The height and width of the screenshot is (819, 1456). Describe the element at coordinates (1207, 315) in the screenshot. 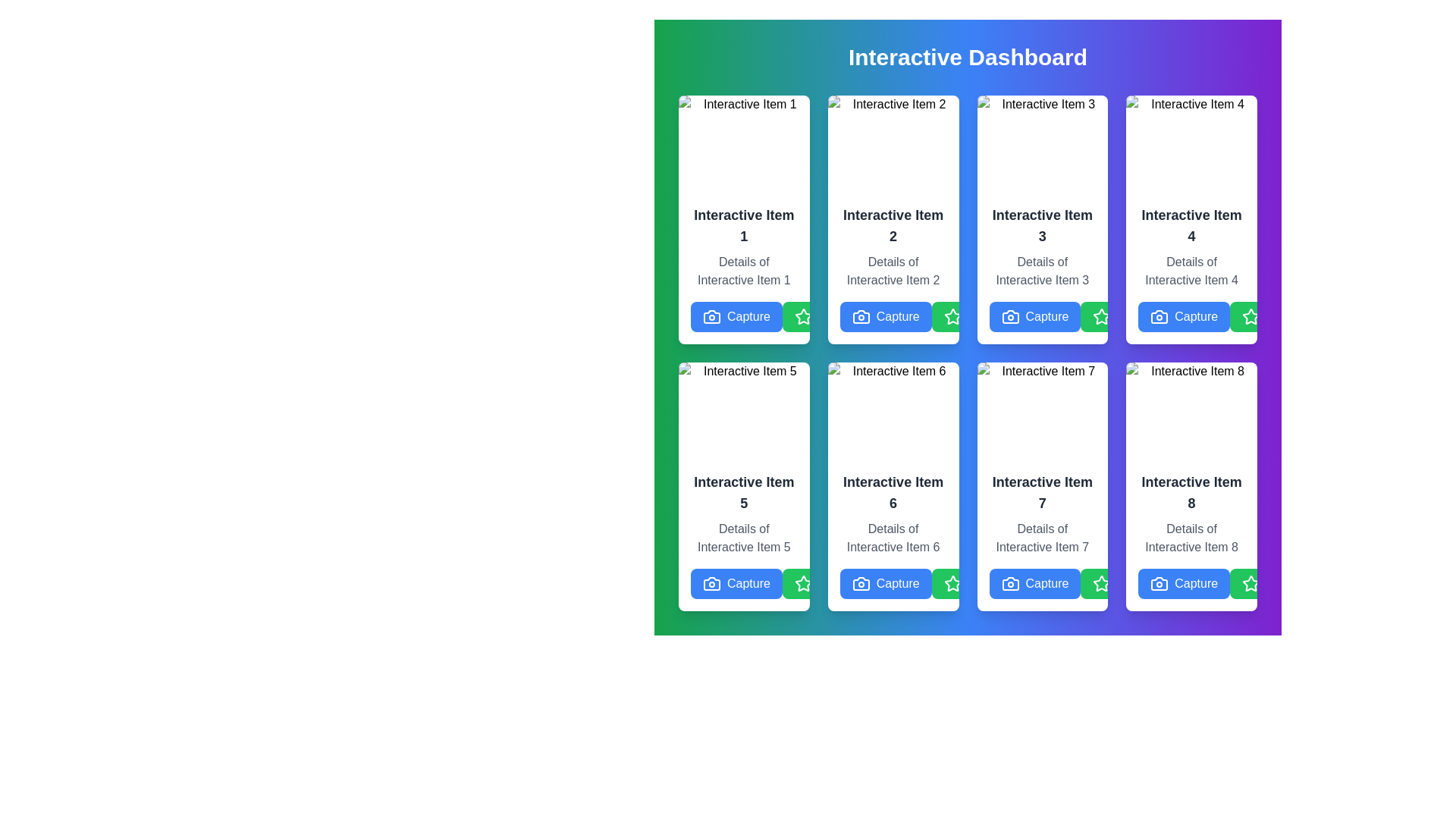

I see `the third button in the grid layout, located at the bottom-right corner of the card for 'Interactive Item 4'` at that location.